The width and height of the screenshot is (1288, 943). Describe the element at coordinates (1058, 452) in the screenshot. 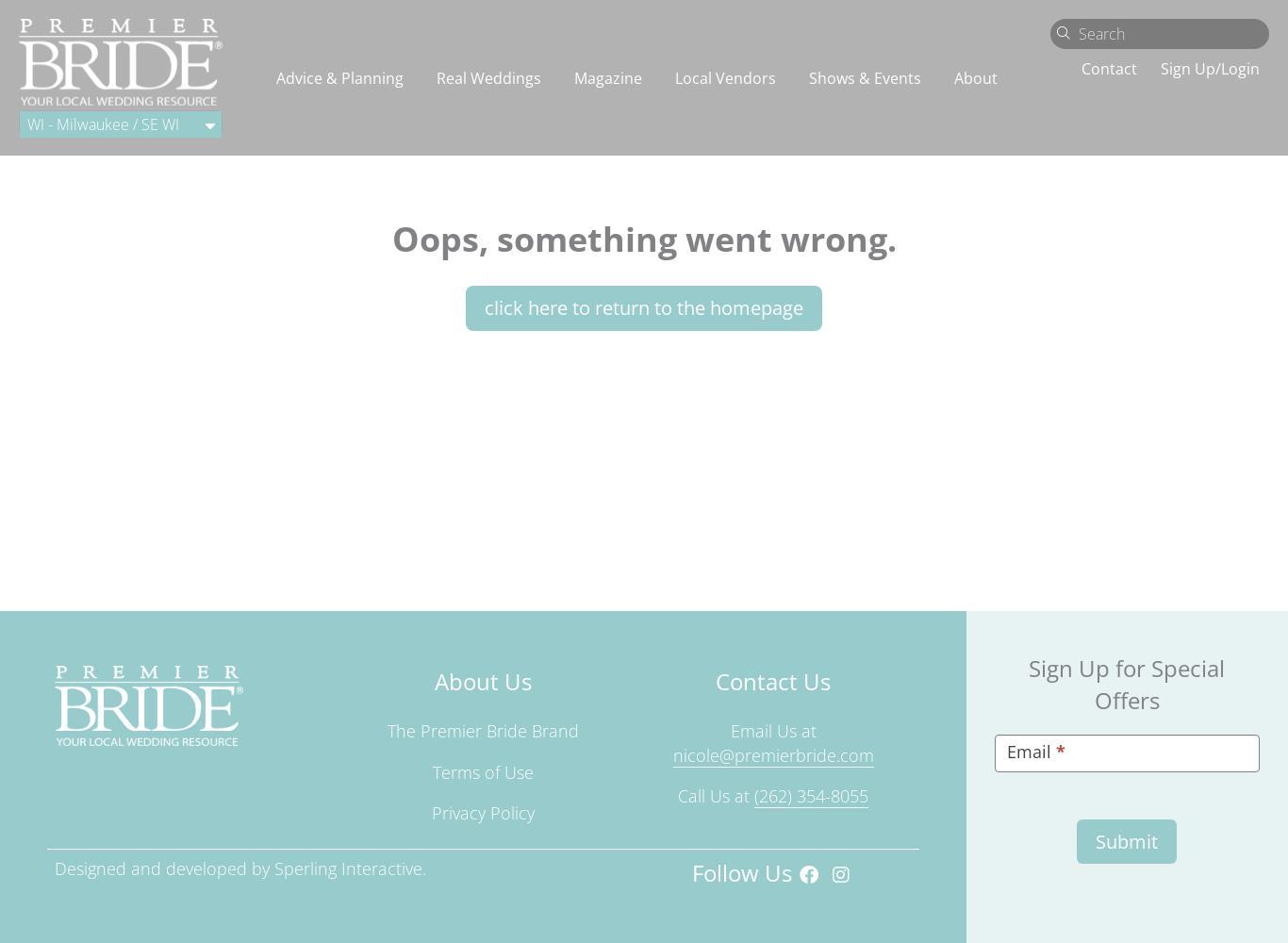

I see `'- Ceremony Sites & Chapels'` at that location.